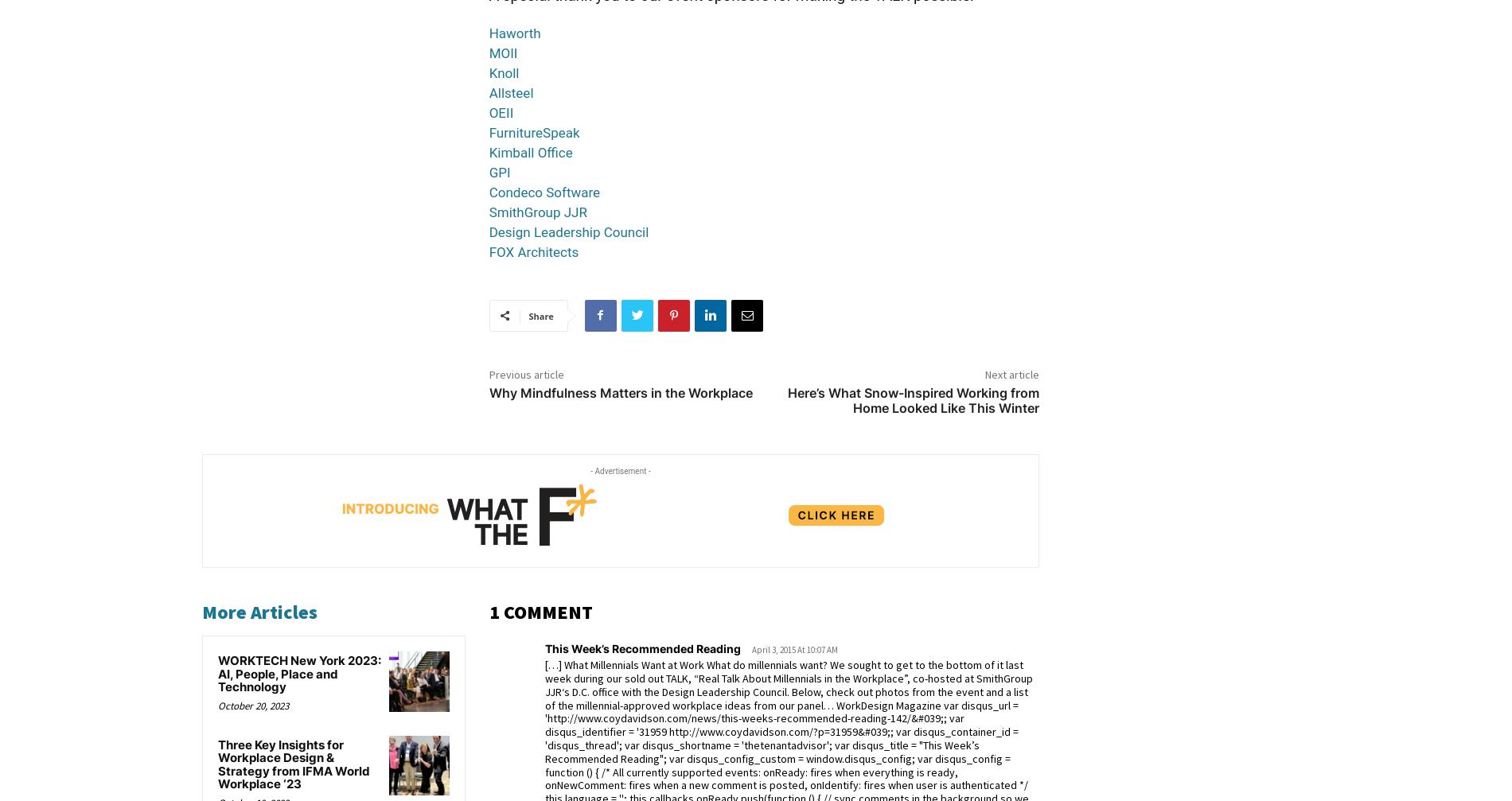 The width and height of the screenshot is (1512, 801). Describe the element at coordinates (489, 72) in the screenshot. I see `'Knoll'` at that location.